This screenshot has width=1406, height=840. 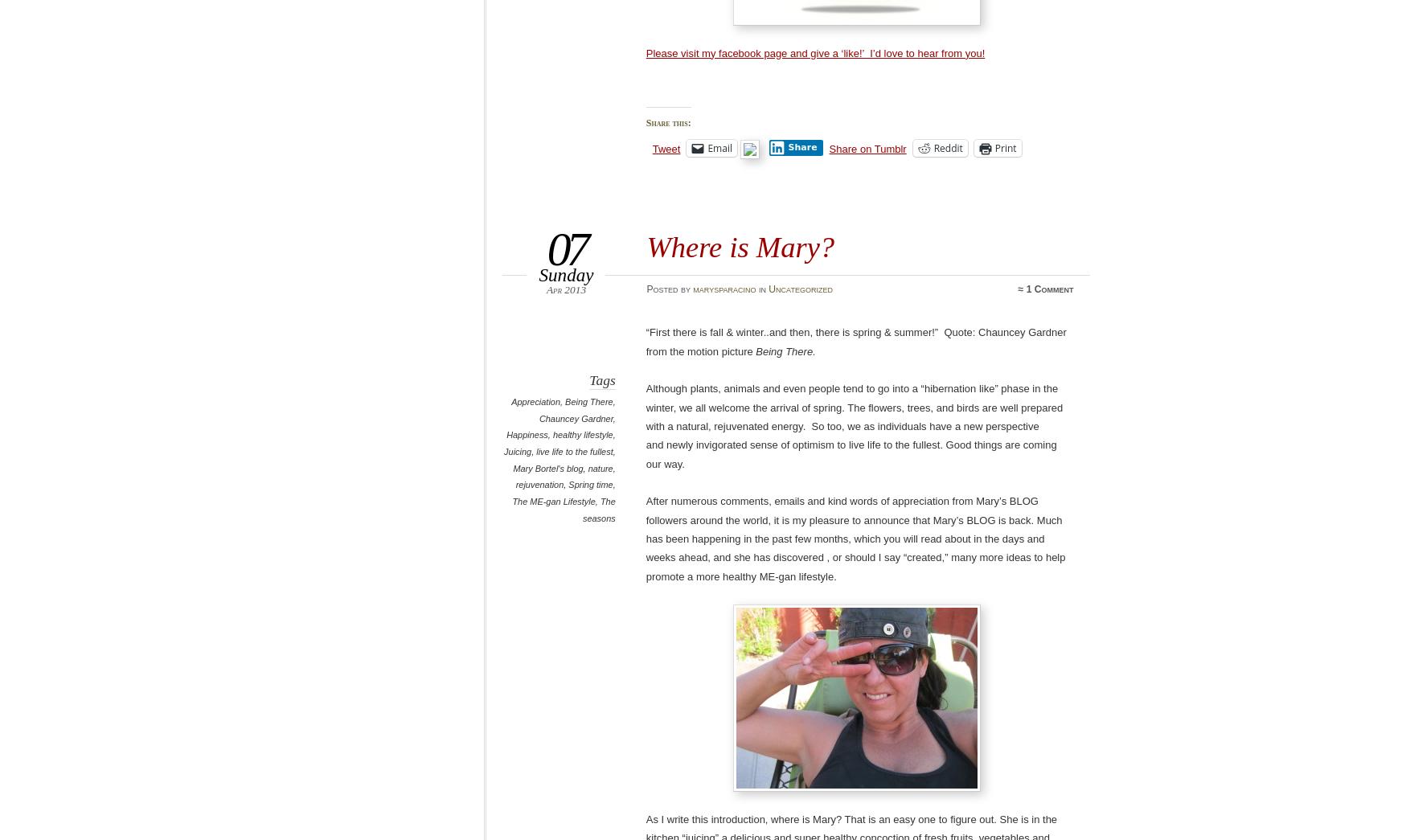 What do you see at coordinates (662, 289) in the screenshot?
I see `'Posted'` at bounding box center [662, 289].